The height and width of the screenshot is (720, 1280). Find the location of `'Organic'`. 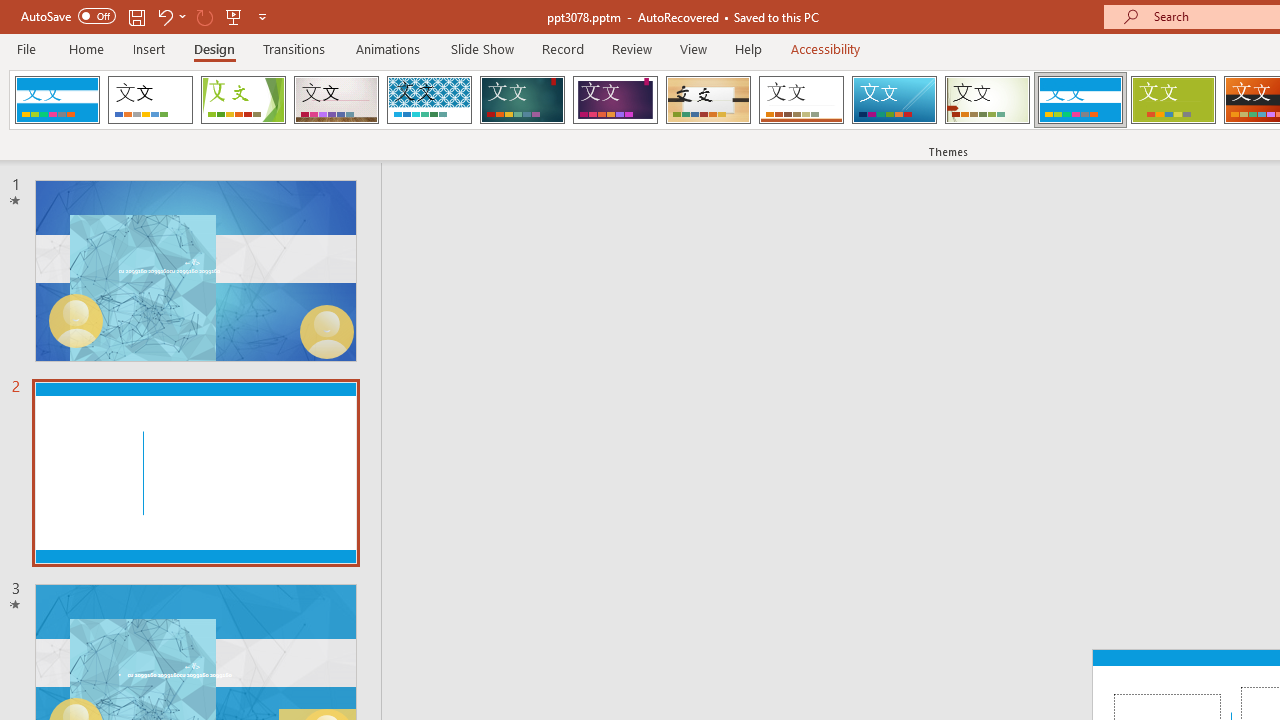

'Organic' is located at coordinates (708, 100).